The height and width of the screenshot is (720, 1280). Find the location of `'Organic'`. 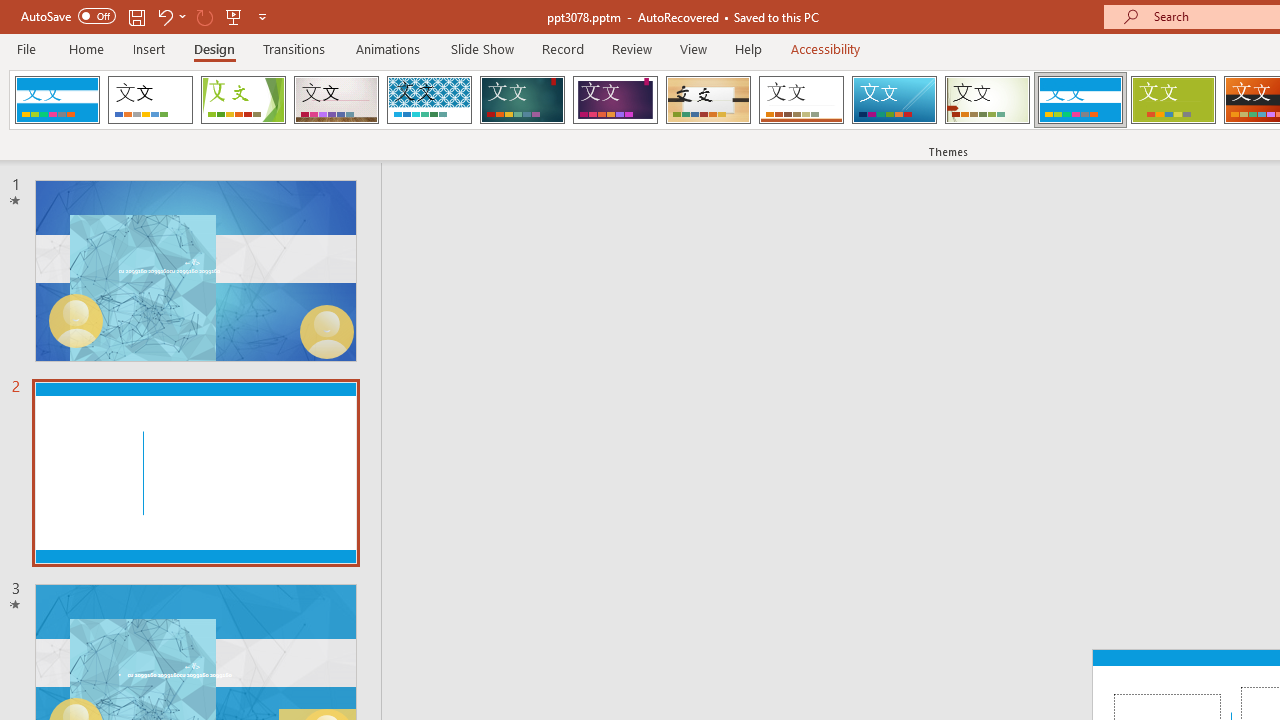

'Organic' is located at coordinates (708, 100).